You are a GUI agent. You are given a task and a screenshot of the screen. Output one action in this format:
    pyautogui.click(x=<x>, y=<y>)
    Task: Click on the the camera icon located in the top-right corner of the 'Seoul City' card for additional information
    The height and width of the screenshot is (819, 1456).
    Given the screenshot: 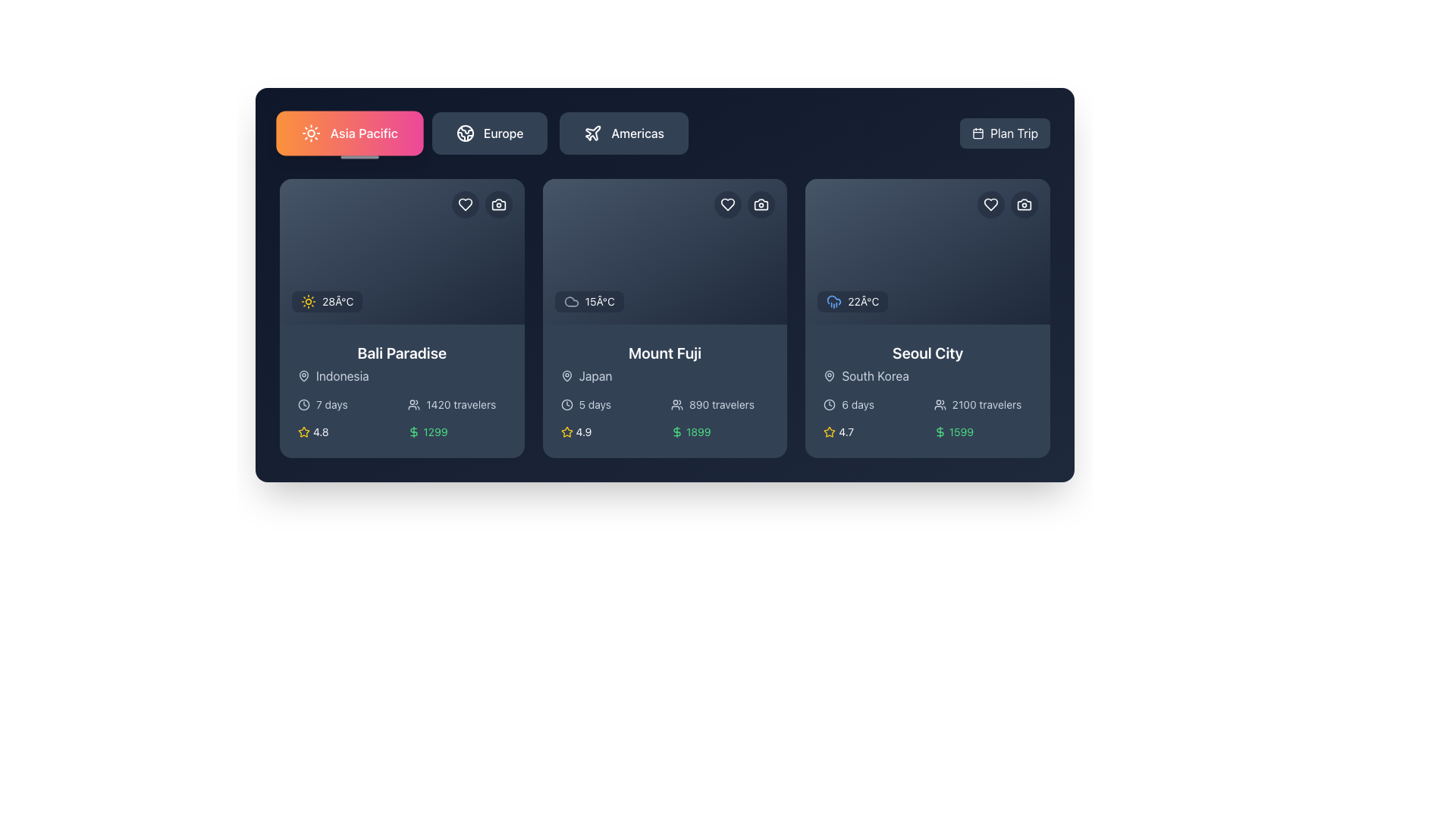 What is the action you would take?
    pyautogui.click(x=1024, y=205)
    